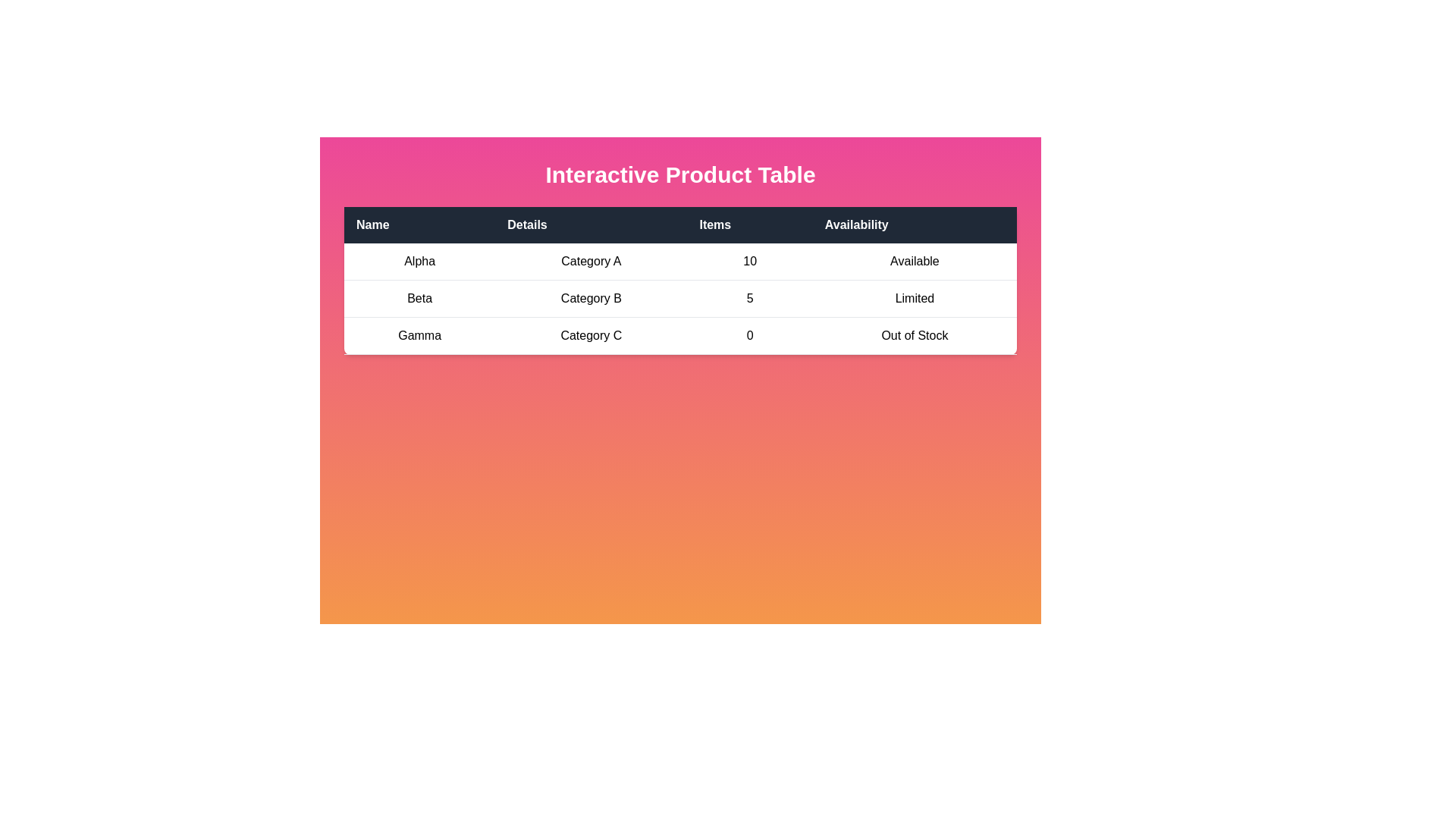 The image size is (1456, 819). What do you see at coordinates (679, 299) in the screenshot?
I see `data in the second row of the table, which corresponds to 'Beta' and spans across the columns 'Name', 'Details', 'Items', and 'Availability'` at bounding box center [679, 299].